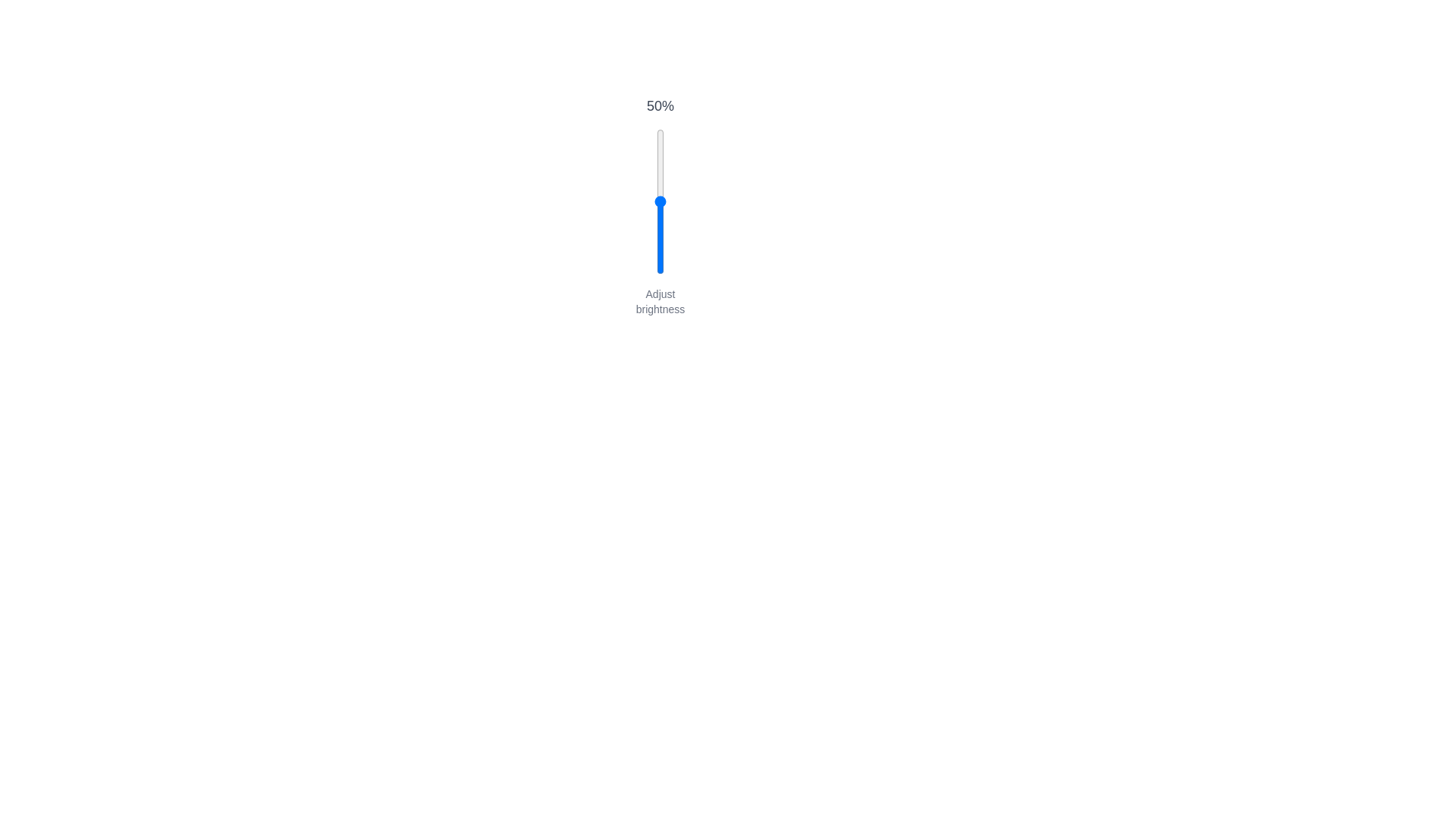 The height and width of the screenshot is (819, 1456). Describe the element at coordinates (660, 140) in the screenshot. I see `brightness` at that location.